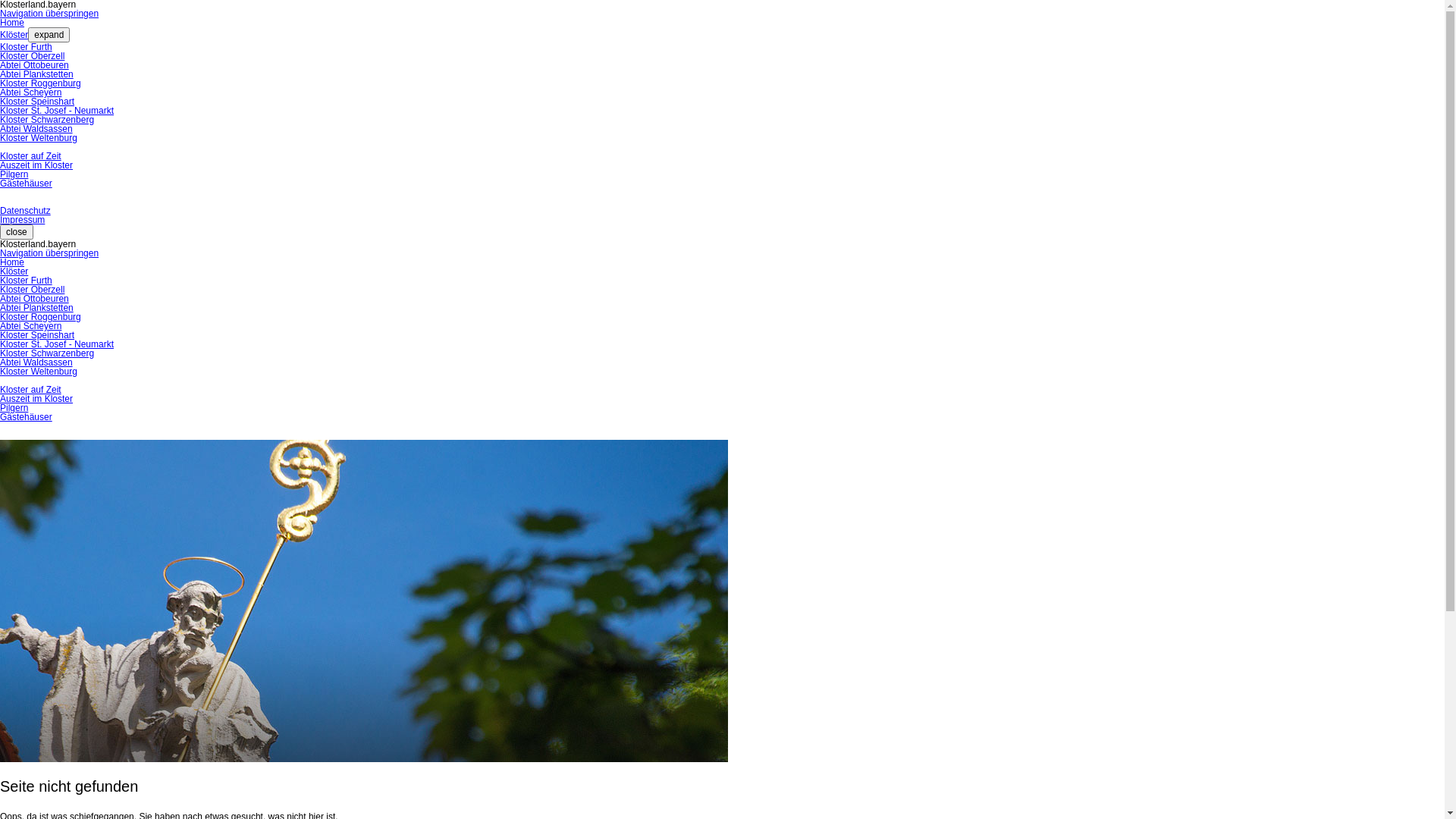  What do you see at coordinates (40, 83) in the screenshot?
I see `'Kloster Roggenburg'` at bounding box center [40, 83].